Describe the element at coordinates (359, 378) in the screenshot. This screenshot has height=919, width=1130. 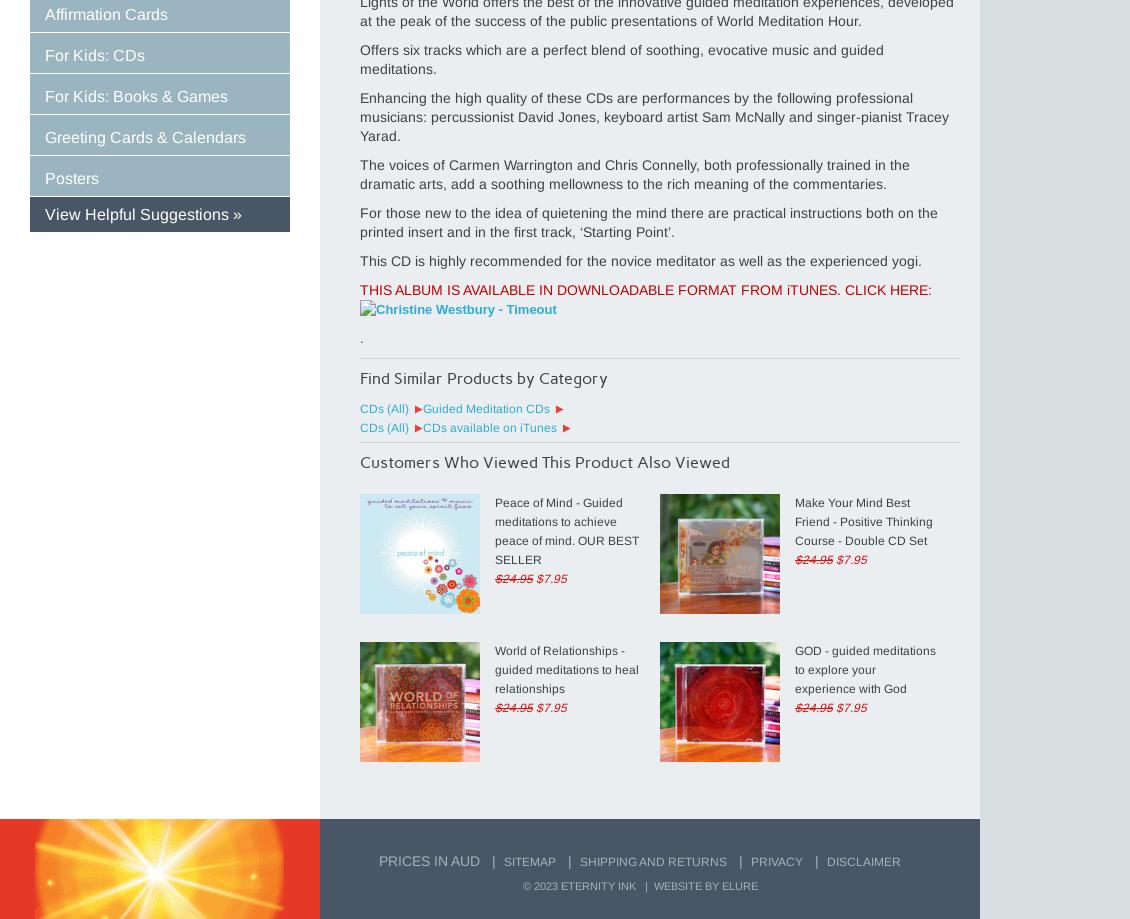
I see `'Find Similar Products by Category'` at that location.